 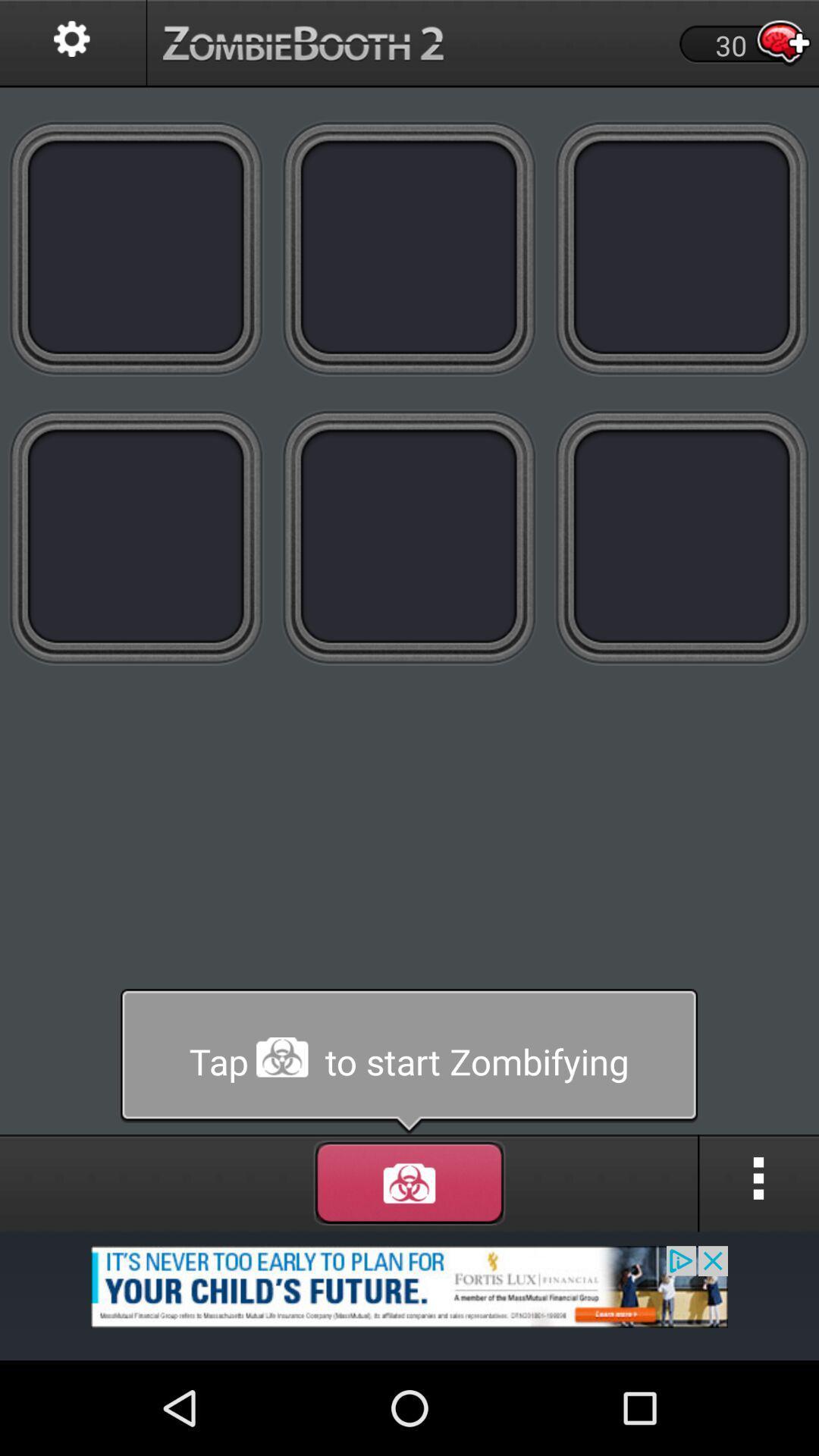 What do you see at coordinates (136, 247) in the screenshot?
I see `blank box button` at bounding box center [136, 247].